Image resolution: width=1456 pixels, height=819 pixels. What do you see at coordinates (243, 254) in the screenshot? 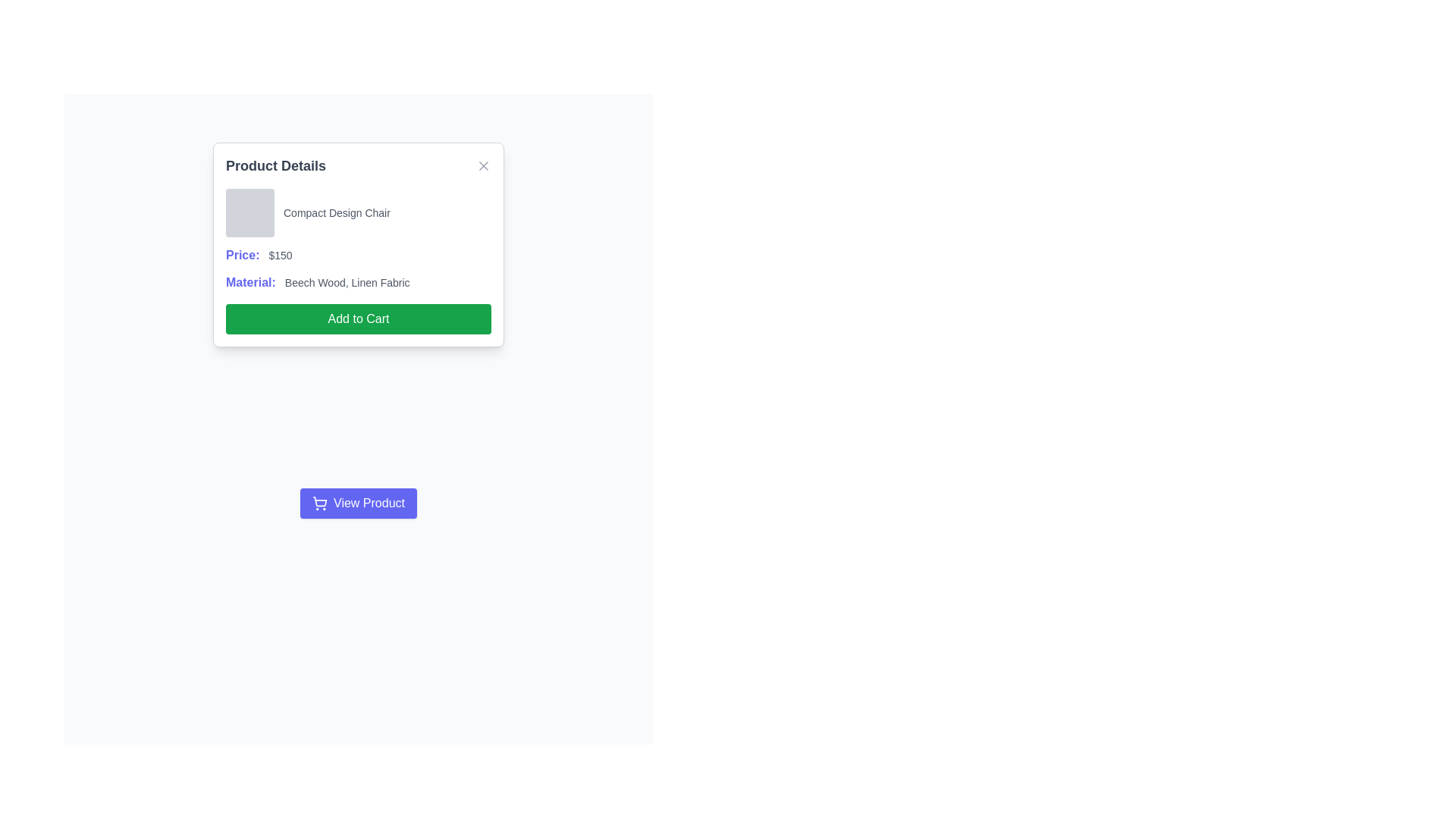
I see `the text label displaying 'Price:' in blue color with bold font, which is located in the 'Product Details' content card, above the '$150' value and below the product name and image` at bounding box center [243, 254].